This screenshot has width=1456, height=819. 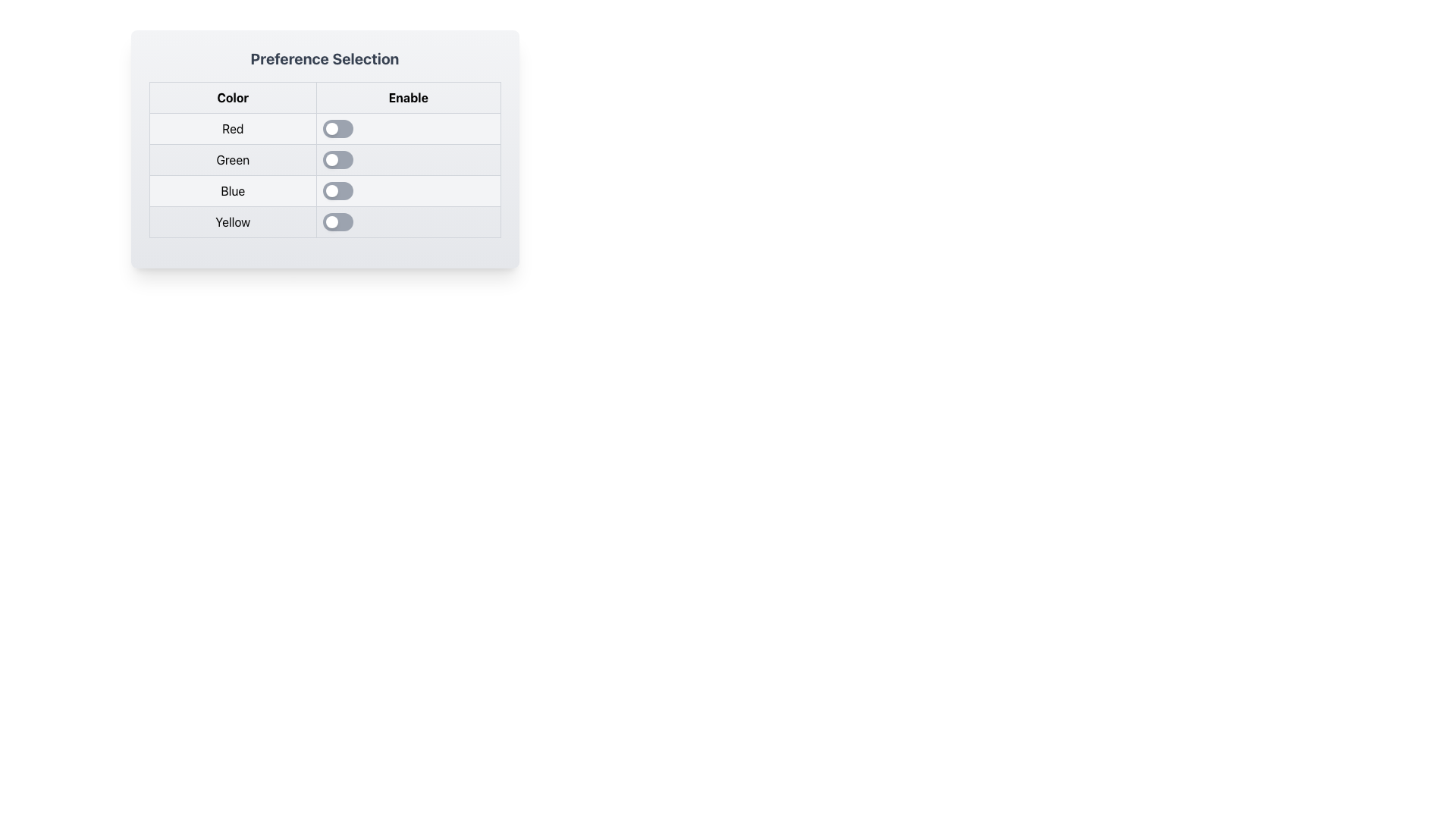 What do you see at coordinates (324, 160) in the screenshot?
I see `the toggle switch in the second row under the 'Enable' column, adjacent to the 'Green' row value` at bounding box center [324, 160].